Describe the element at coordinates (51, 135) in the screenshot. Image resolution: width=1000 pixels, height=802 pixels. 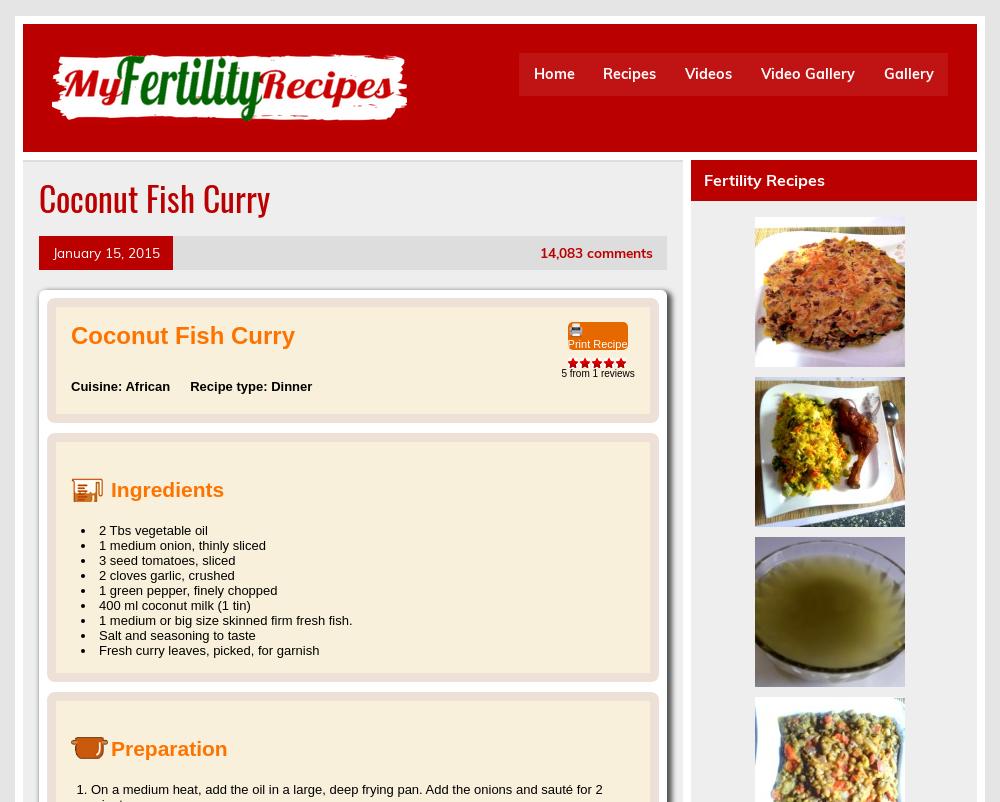
I see `'Enhancing men and women's fertility naturally with herbs and spices.'` at that location.